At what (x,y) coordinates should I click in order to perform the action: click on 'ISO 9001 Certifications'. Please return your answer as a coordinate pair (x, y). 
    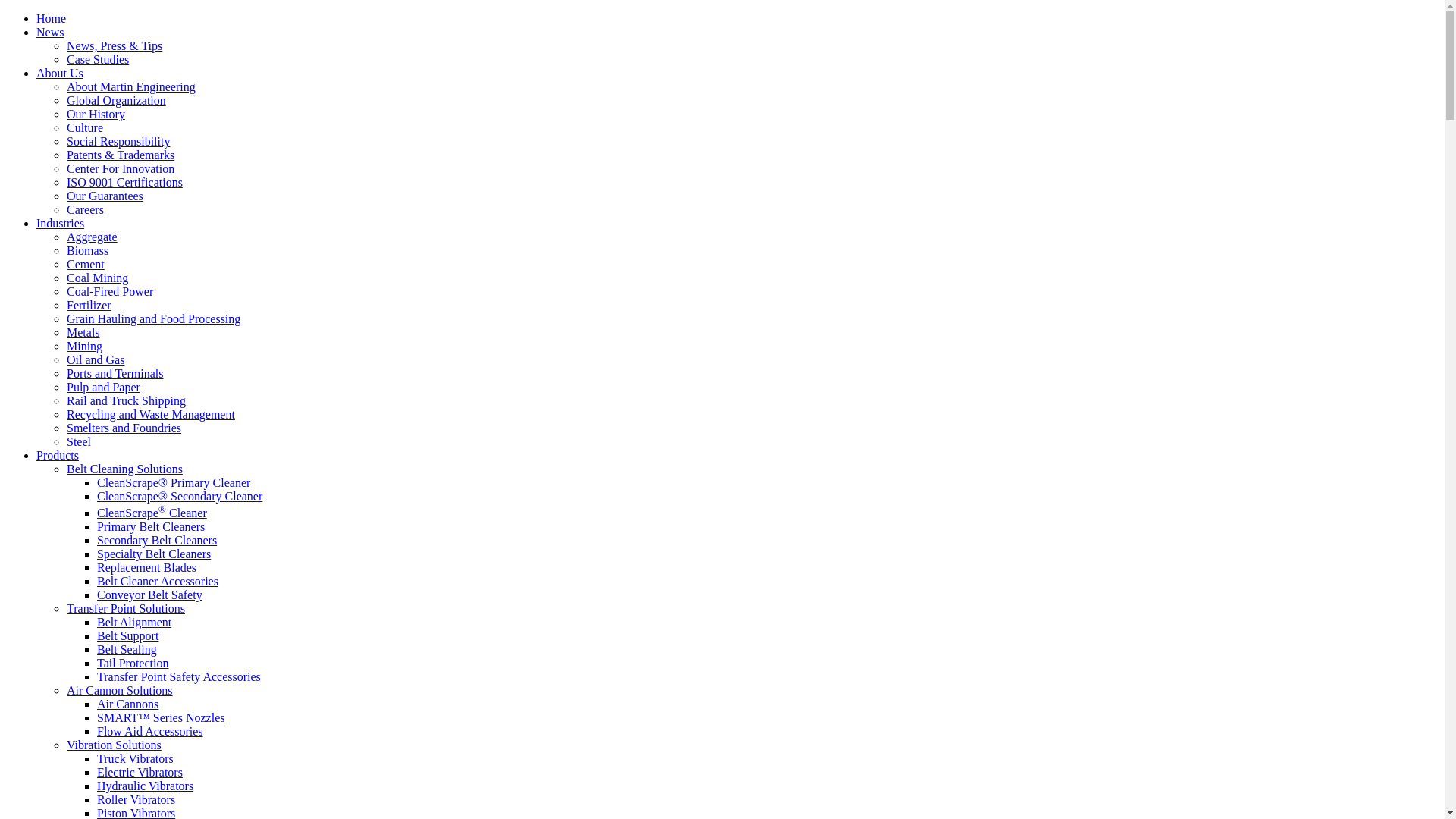
    Looking at the image, I should click on (124, 181).